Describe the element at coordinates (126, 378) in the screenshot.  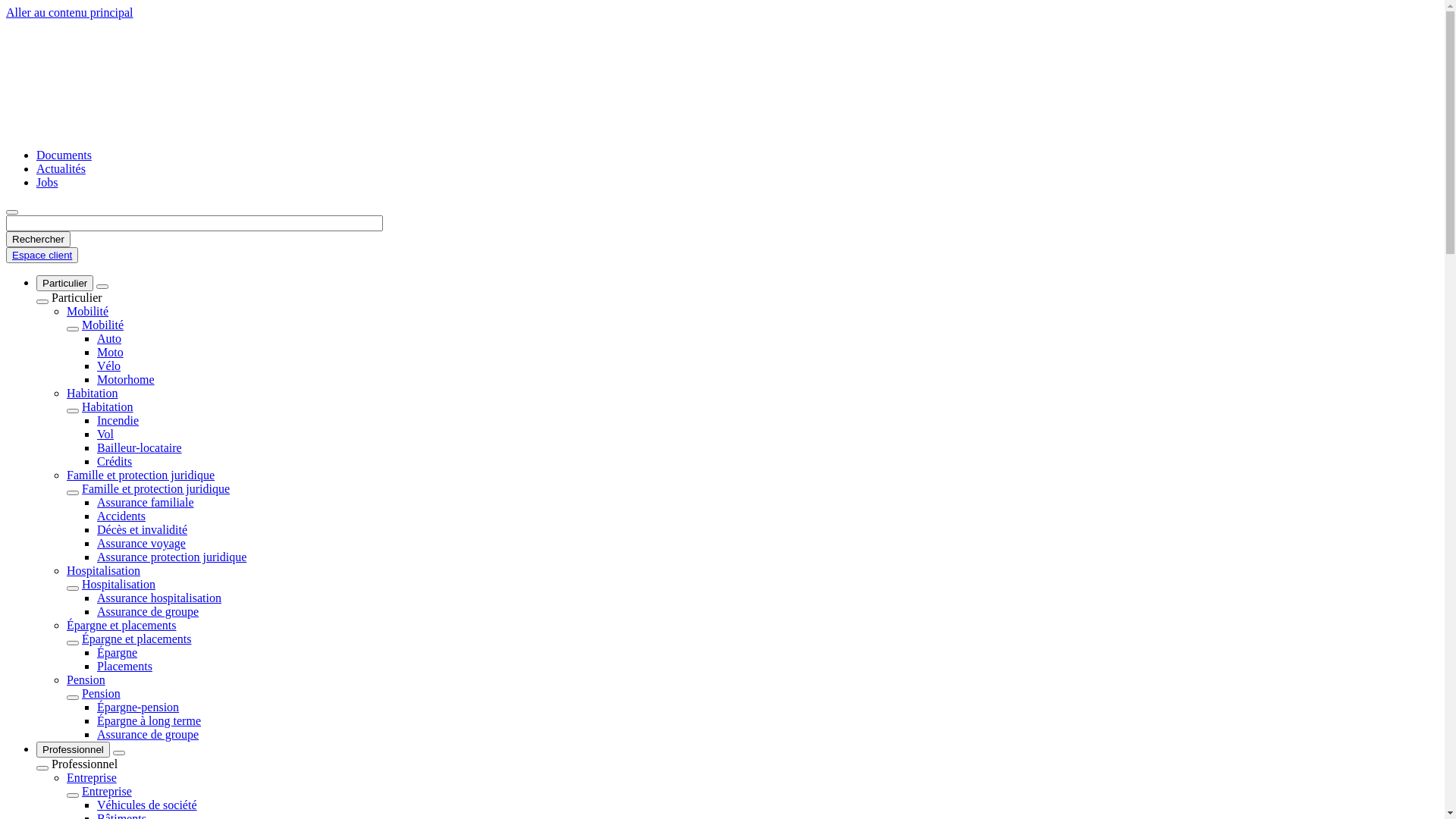
I see `'Motorhome'` at that location.